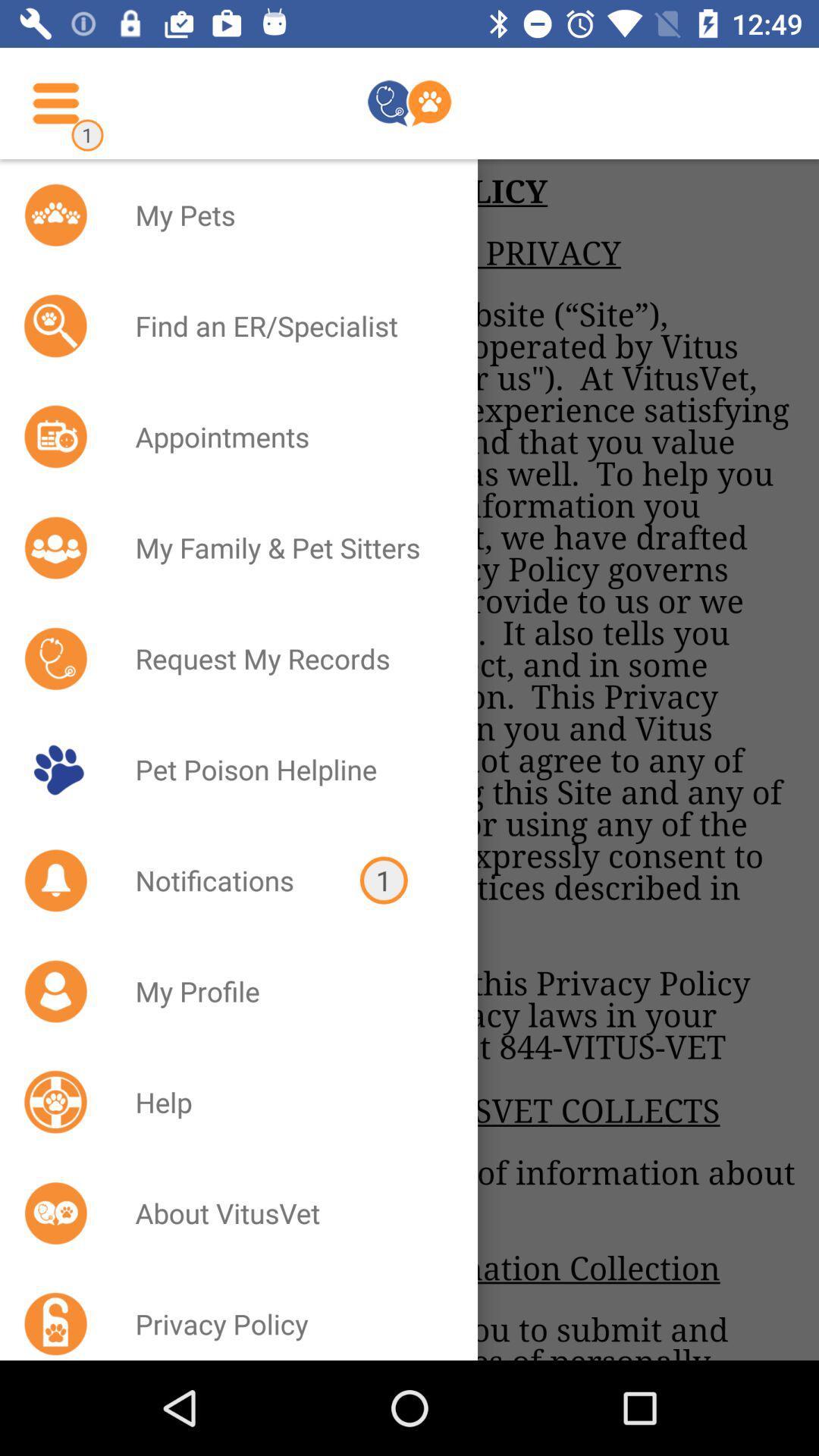 The image size is (819, 1456). What do you see at coordinates (55, 990) in the screenshot?
I see `the icon beside my profile` at bounding box center [55, 990].